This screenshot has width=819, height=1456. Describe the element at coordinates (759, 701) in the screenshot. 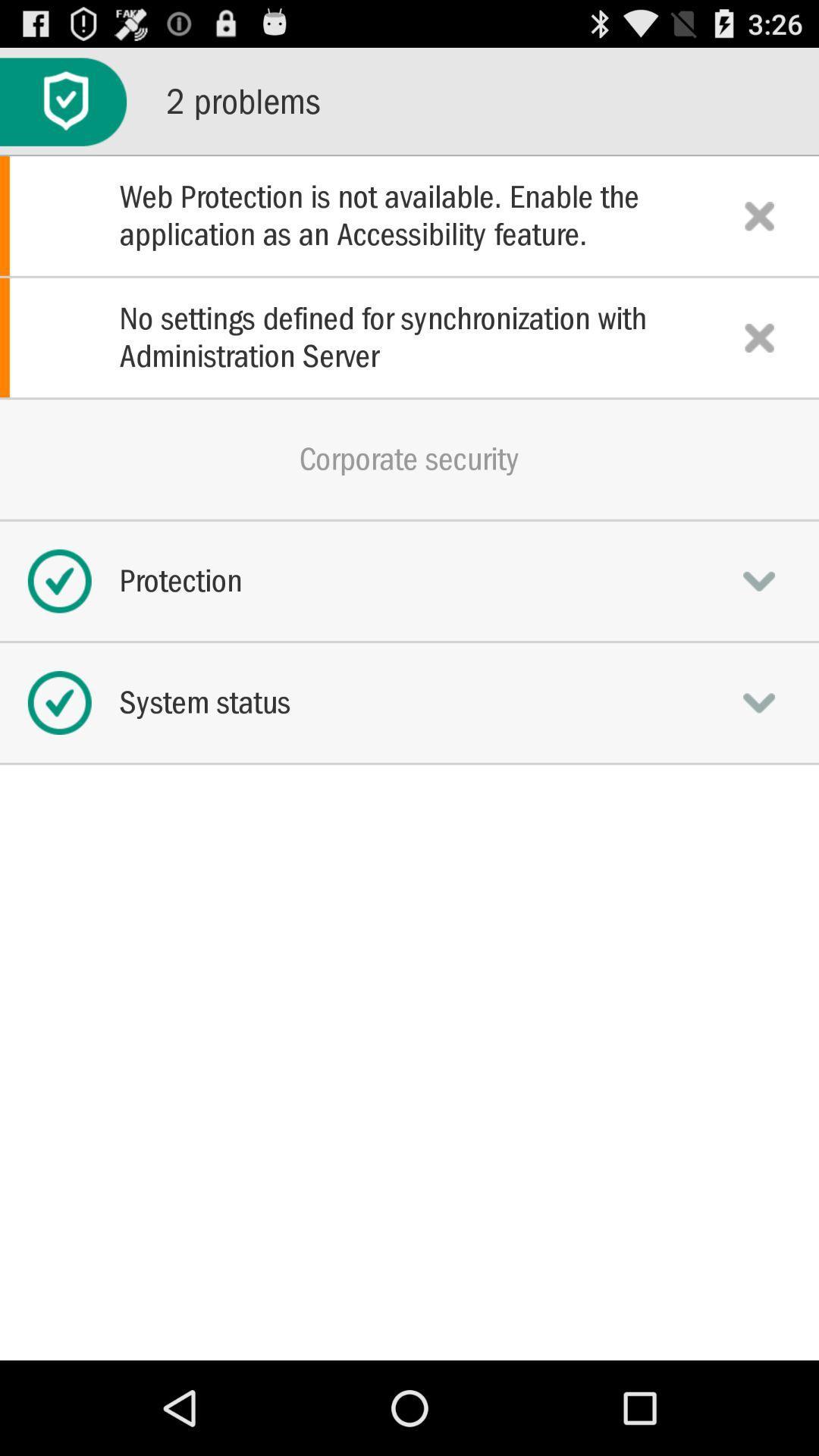

I see `system status tab` at that location.